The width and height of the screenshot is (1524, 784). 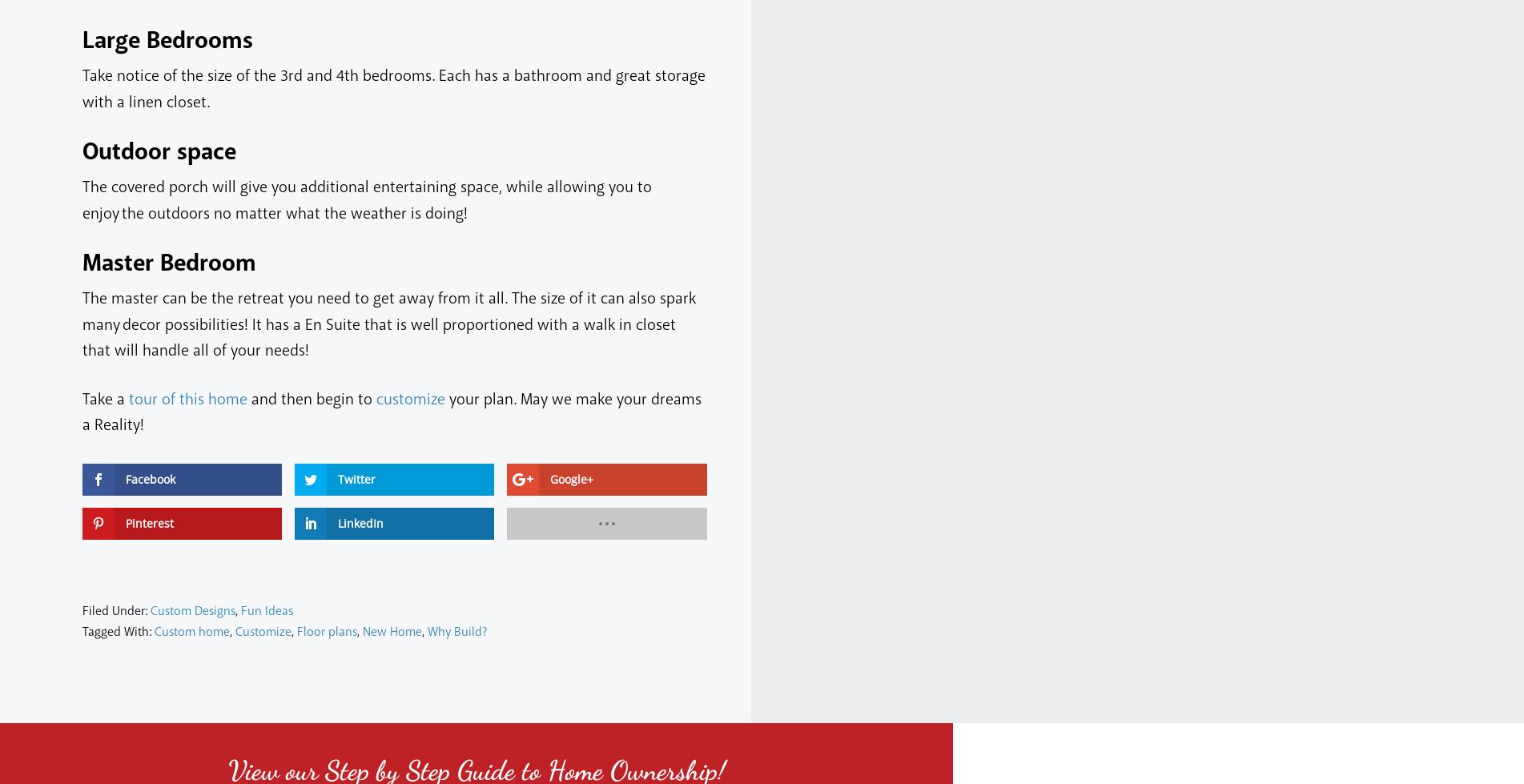 What do you see at coordinates (82, 263) in the screenshot?
I see `'Master Bedroom'` at bounding box center [82, 263].